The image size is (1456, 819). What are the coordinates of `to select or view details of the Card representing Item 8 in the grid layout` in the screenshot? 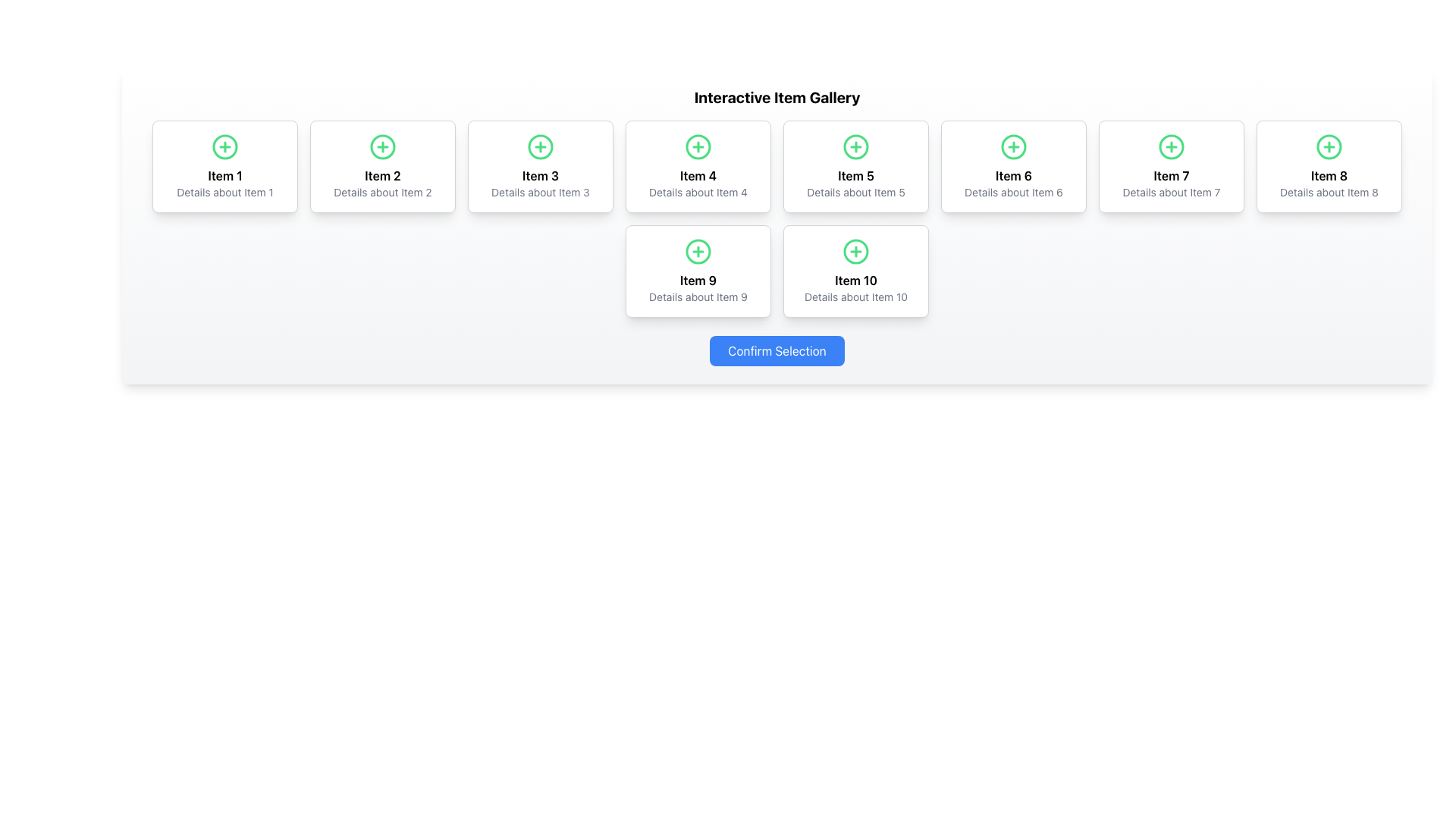 It's located at (1328, 166).